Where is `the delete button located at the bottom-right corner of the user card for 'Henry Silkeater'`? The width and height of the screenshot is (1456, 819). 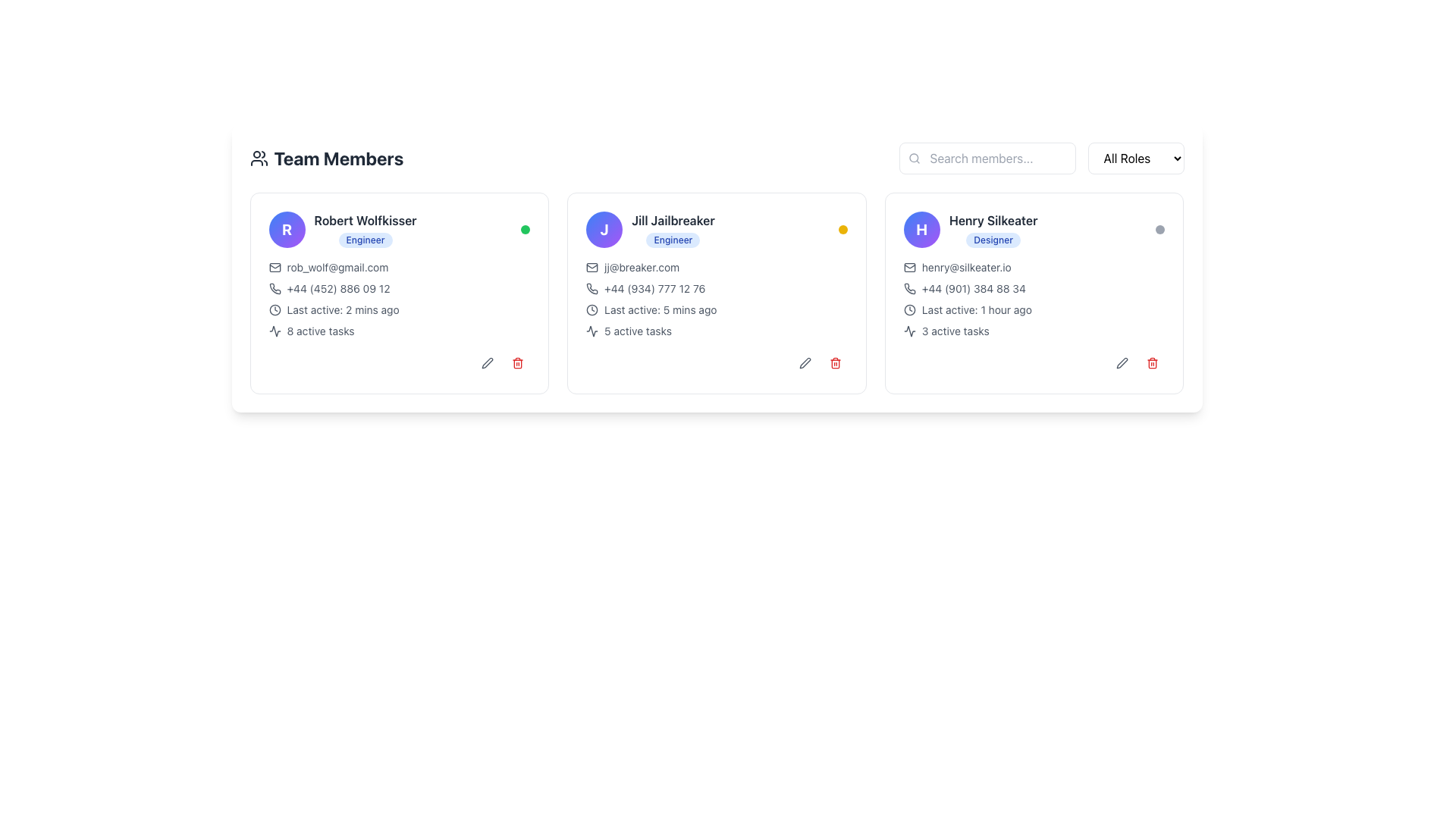
the delete button located at the bottom-right corner of the user card for 'Henry Silkeater' is located at coordinates (1153, 362).